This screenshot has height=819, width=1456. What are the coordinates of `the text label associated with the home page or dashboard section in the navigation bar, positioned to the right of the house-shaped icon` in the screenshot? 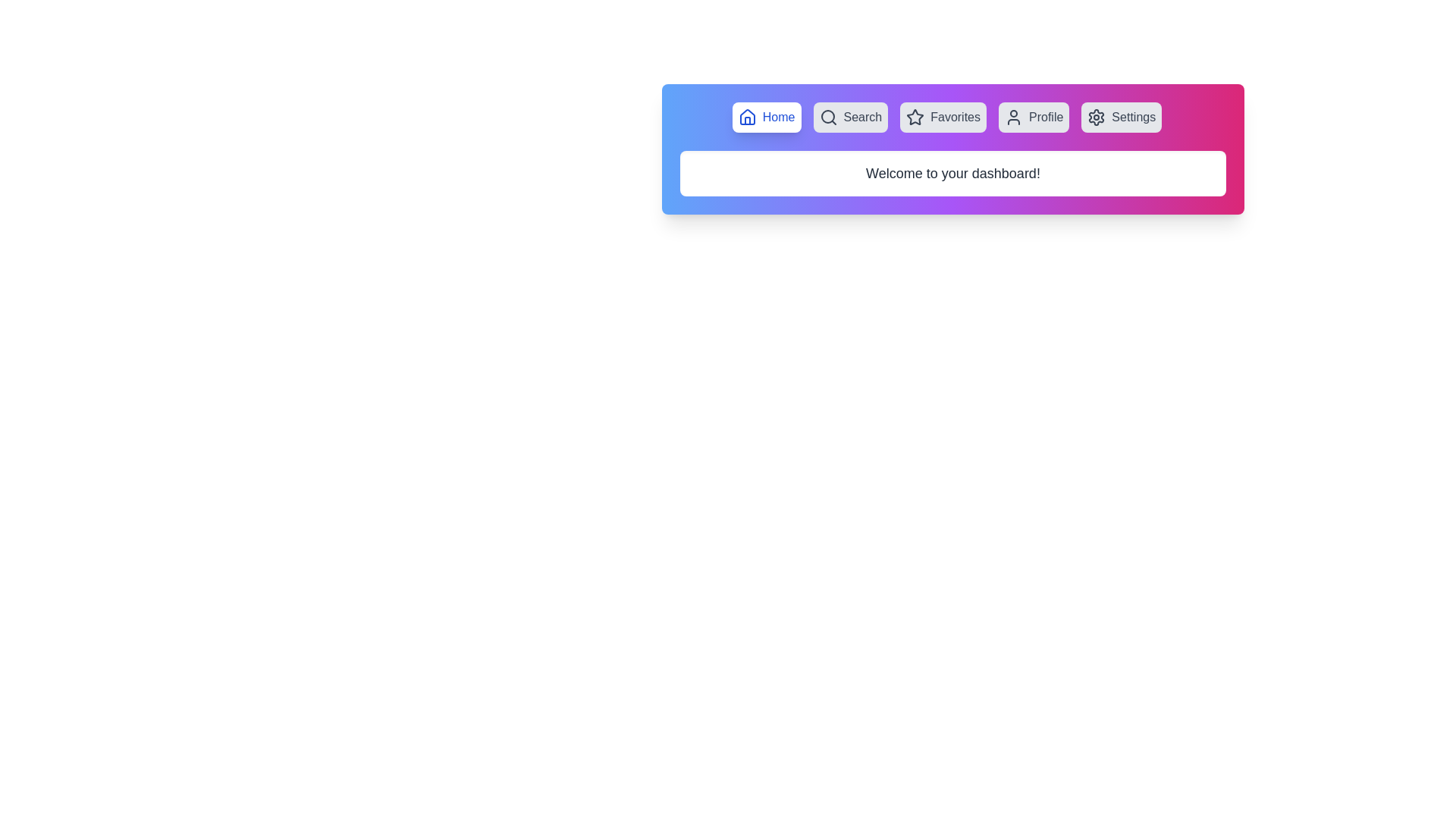 It's located at (779, 116).